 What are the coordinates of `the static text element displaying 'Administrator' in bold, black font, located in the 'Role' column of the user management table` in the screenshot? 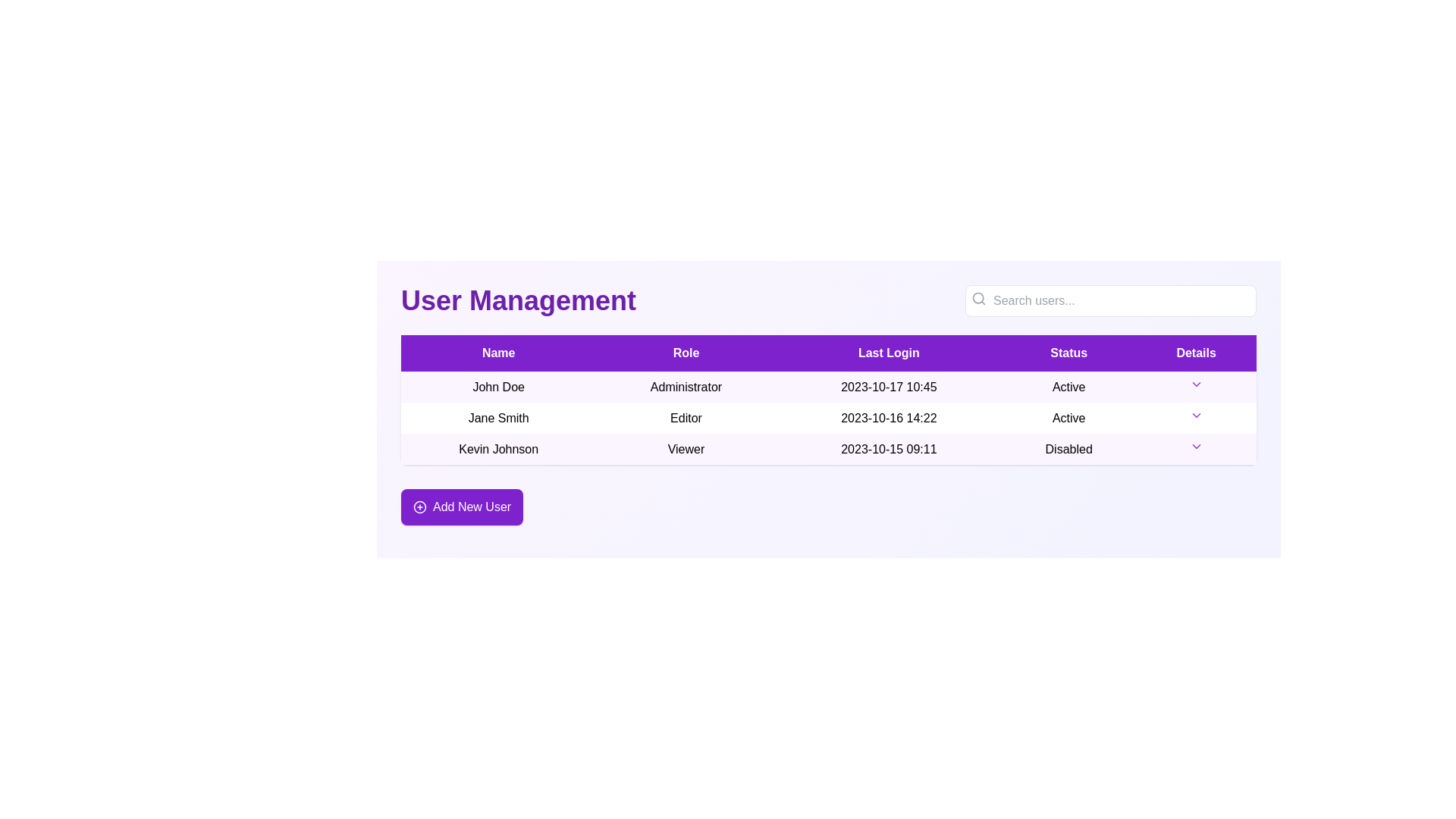 It's located at (685, 386).